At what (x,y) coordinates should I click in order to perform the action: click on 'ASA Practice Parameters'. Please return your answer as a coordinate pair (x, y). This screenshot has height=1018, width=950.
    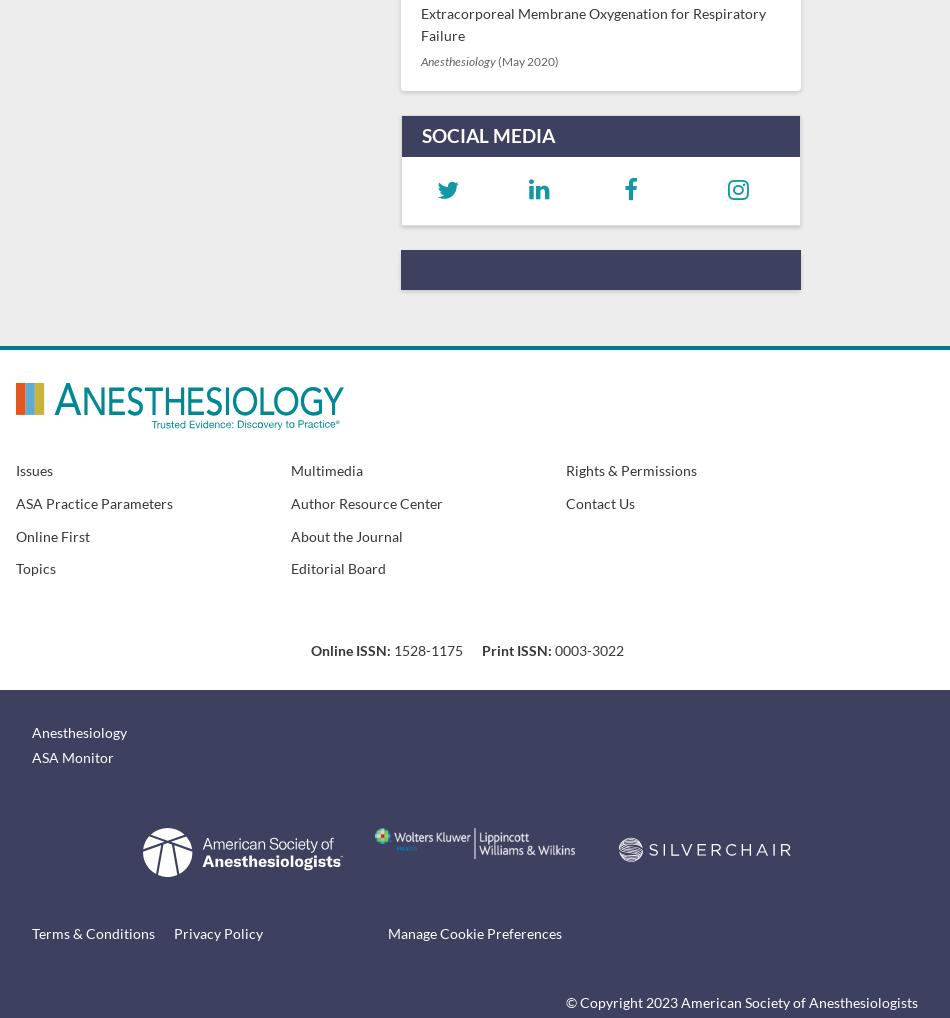
    Looking at the image, I should click on (94, 502).